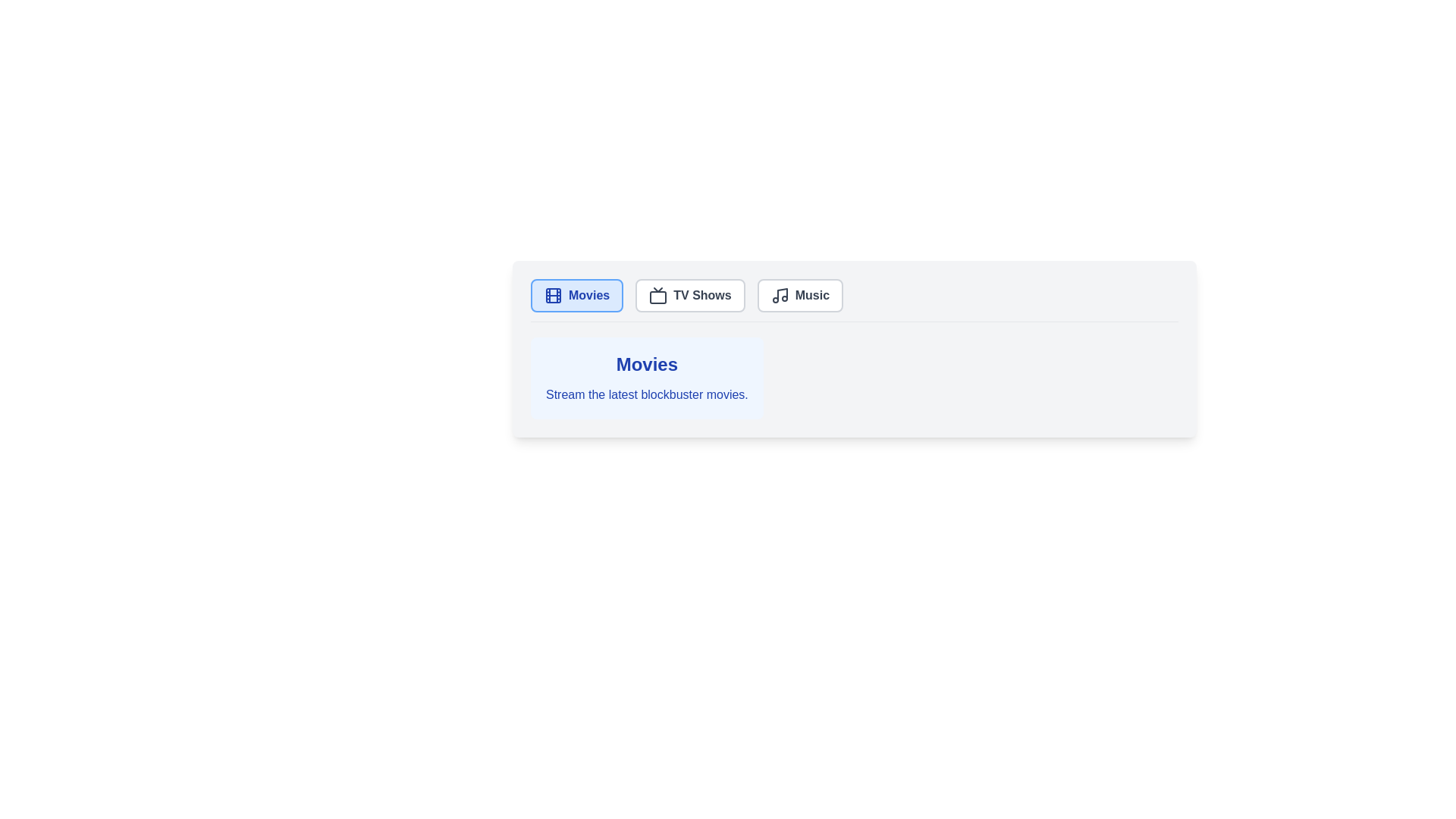 This screenshot has width=1456, height=819. I want to click on the informational block containing the text 'Movies' and 'Stream the latest blockbuster movies', which has a light blue background and rounded corners, so click(647, 377).